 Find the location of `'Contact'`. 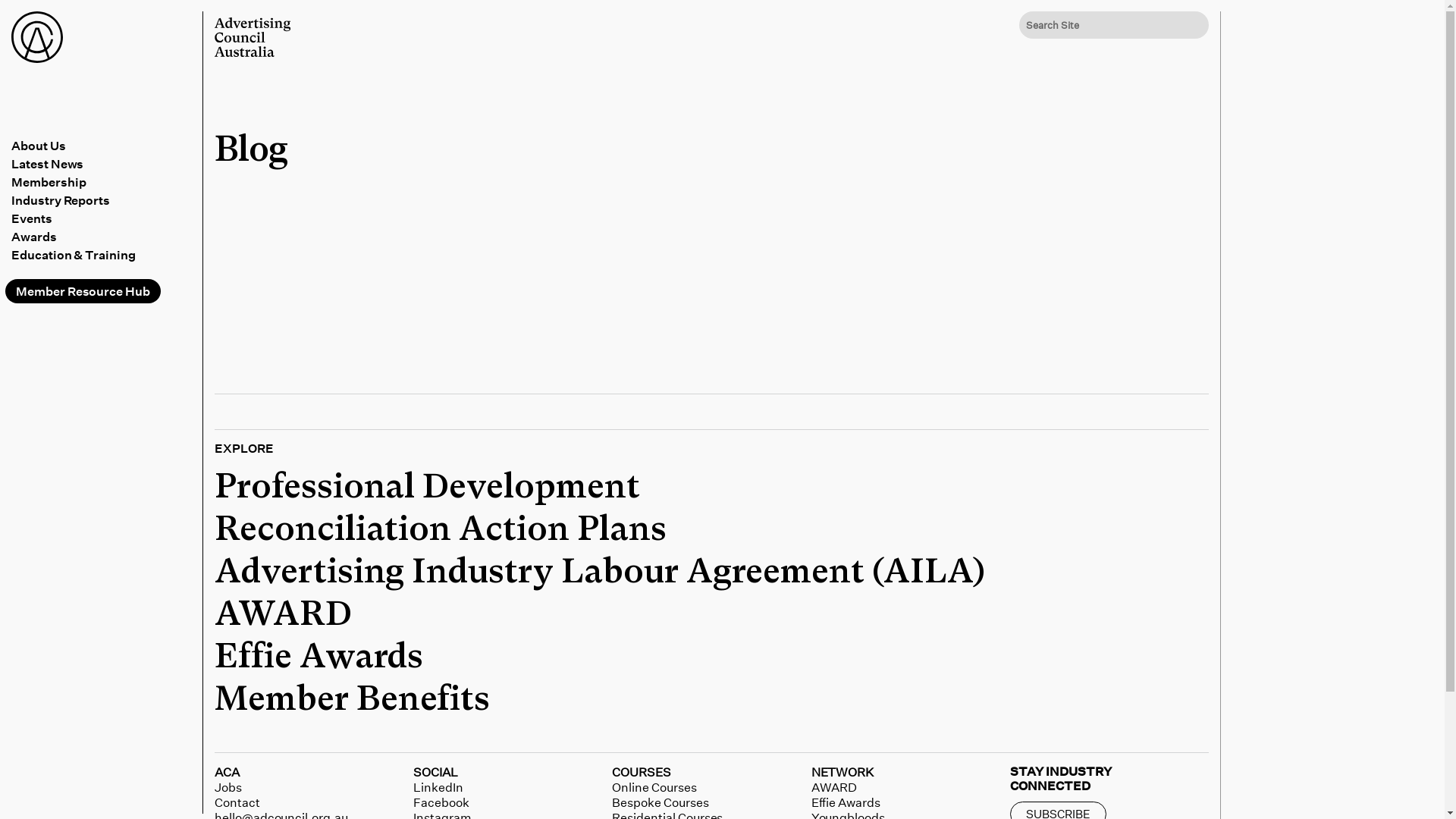

'Contact' is located at coordinates (214, 801).